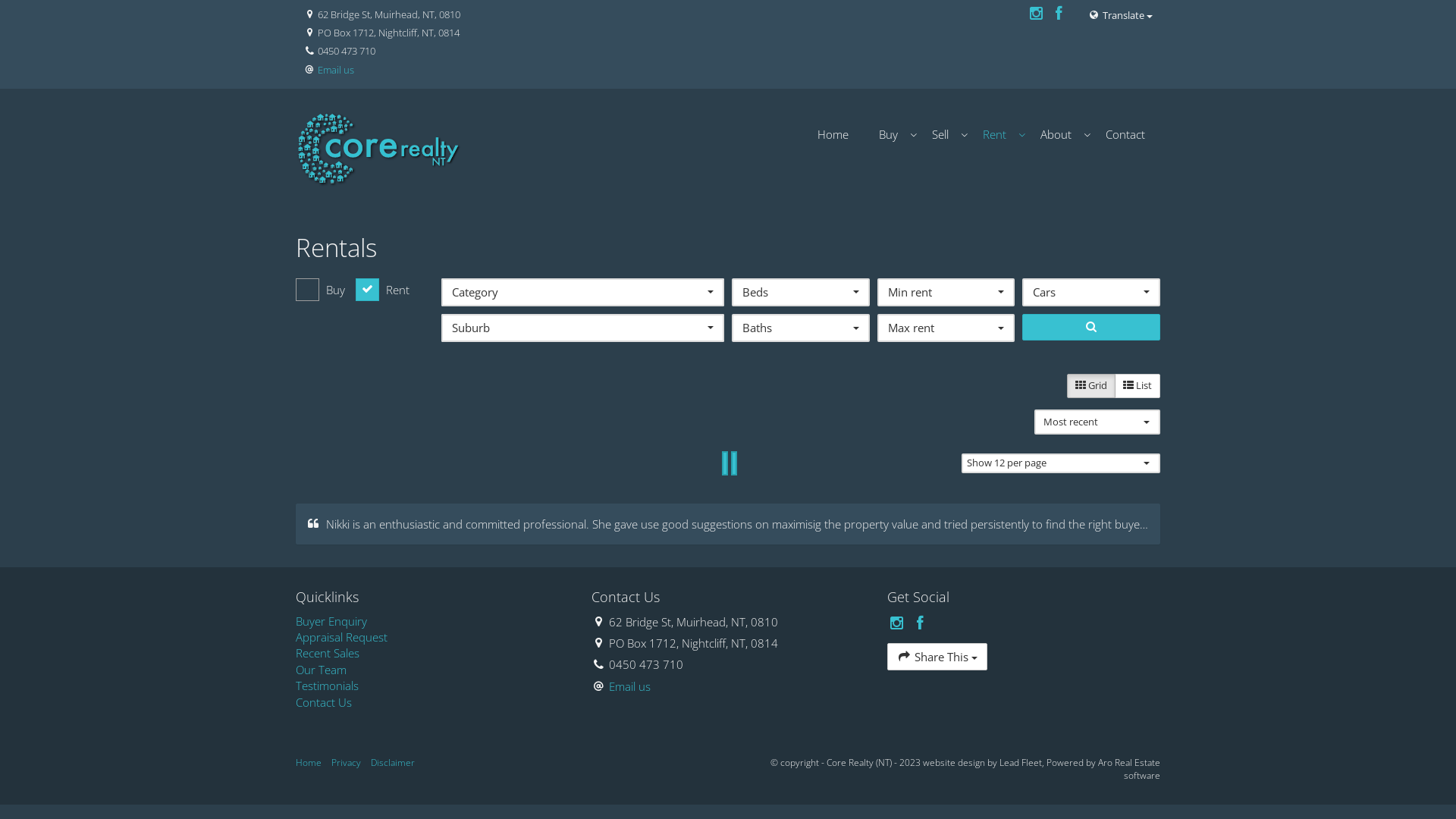 The image size is (1456, 819). Describe the element at coordinates (582, 327) in the screenshot. I see `'Suburb` at that location.